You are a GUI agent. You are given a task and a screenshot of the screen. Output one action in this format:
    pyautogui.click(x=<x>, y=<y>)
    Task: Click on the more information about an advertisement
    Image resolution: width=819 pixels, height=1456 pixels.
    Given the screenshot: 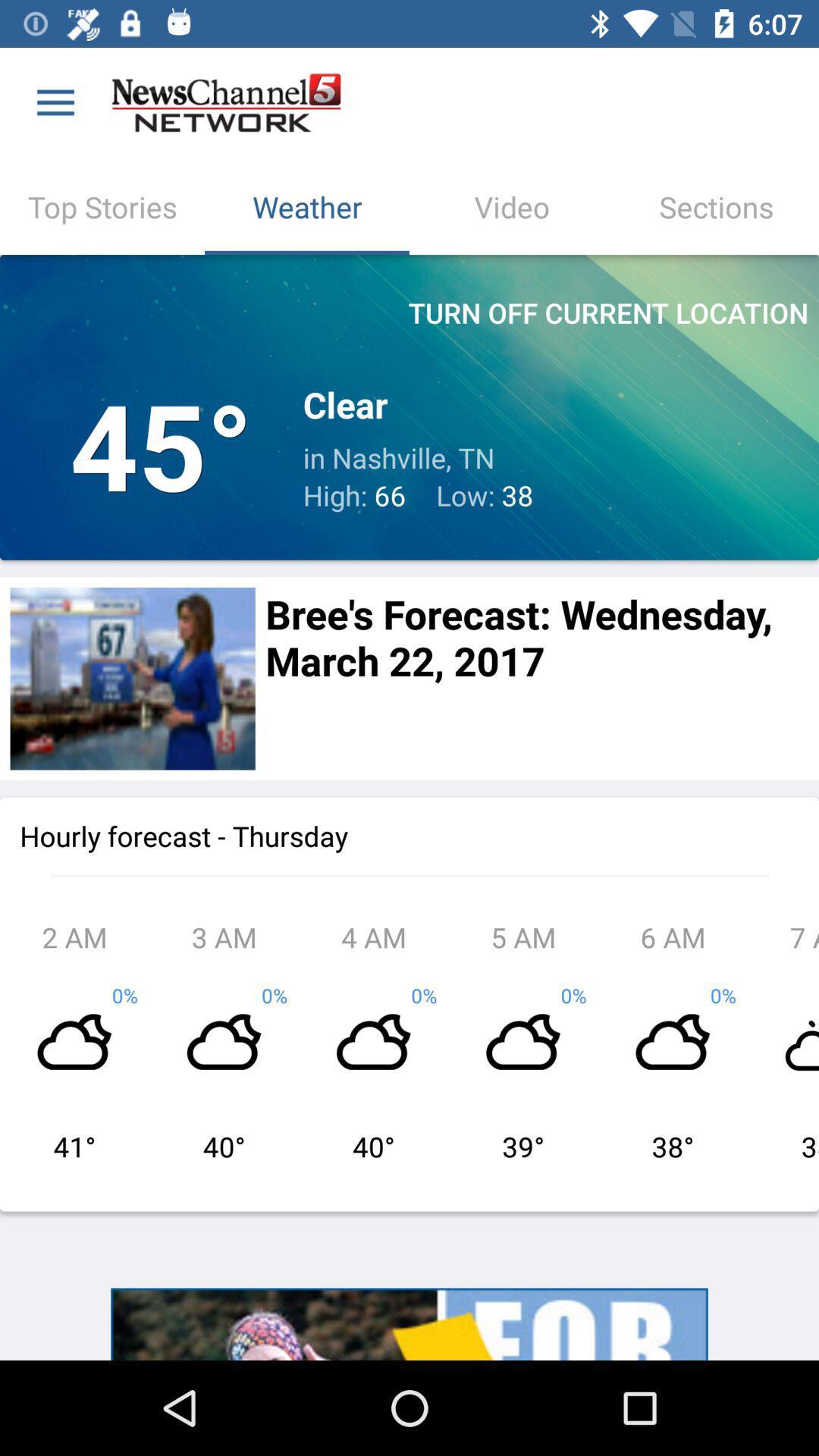 What is the action you would take?
    pyautogui.click(x=409, y=1323)
    